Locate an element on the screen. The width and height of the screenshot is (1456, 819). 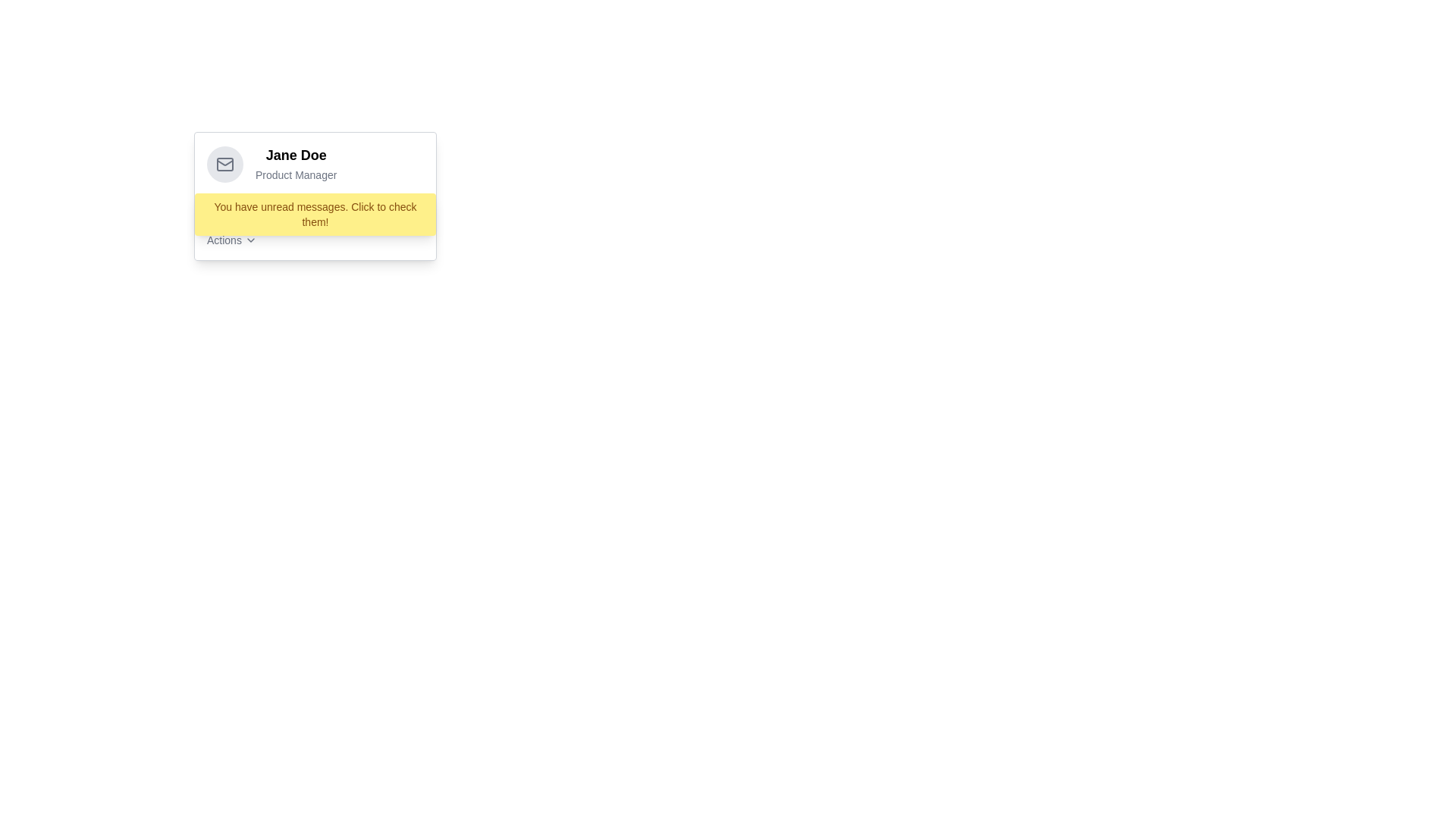
the main rectangular body of the styled envelope icon located is located at coordinates (224, 164).